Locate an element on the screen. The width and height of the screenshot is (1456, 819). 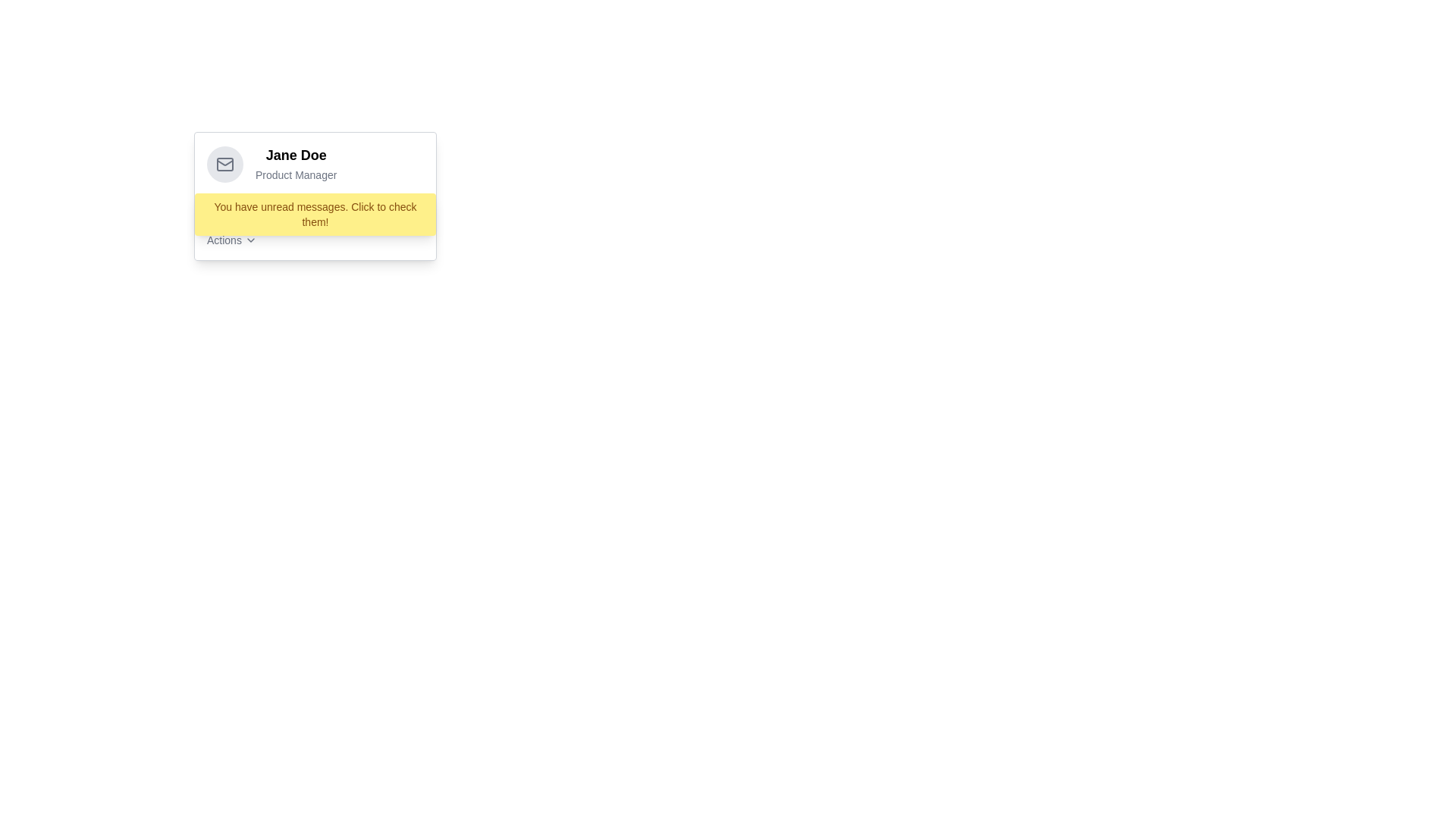
the main rectangular body of the styled envelope icon located is located at coordinates (224, 164).